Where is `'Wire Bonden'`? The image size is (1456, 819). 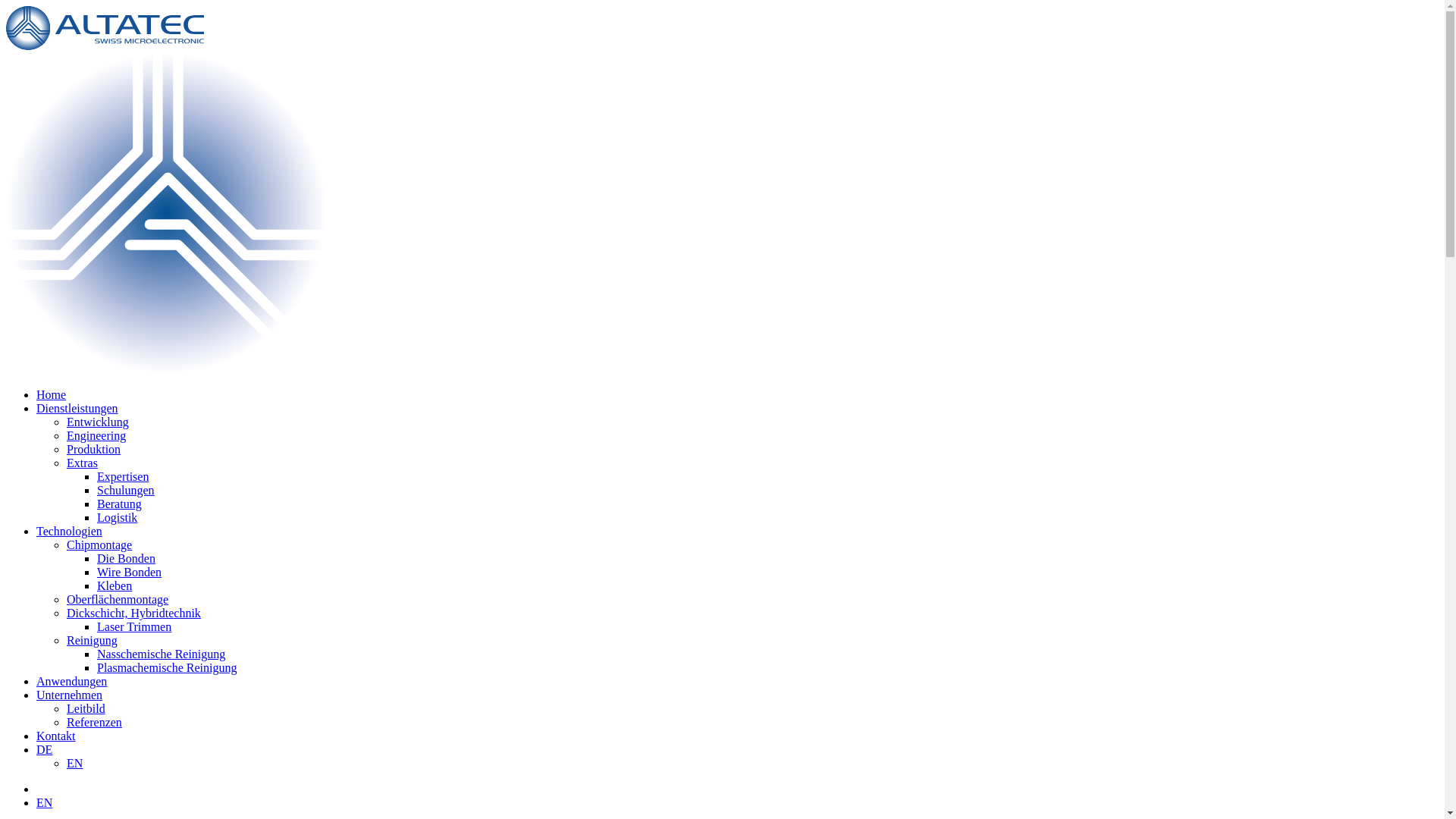 'Wire Bonden' is located at coordinates (96, 572).